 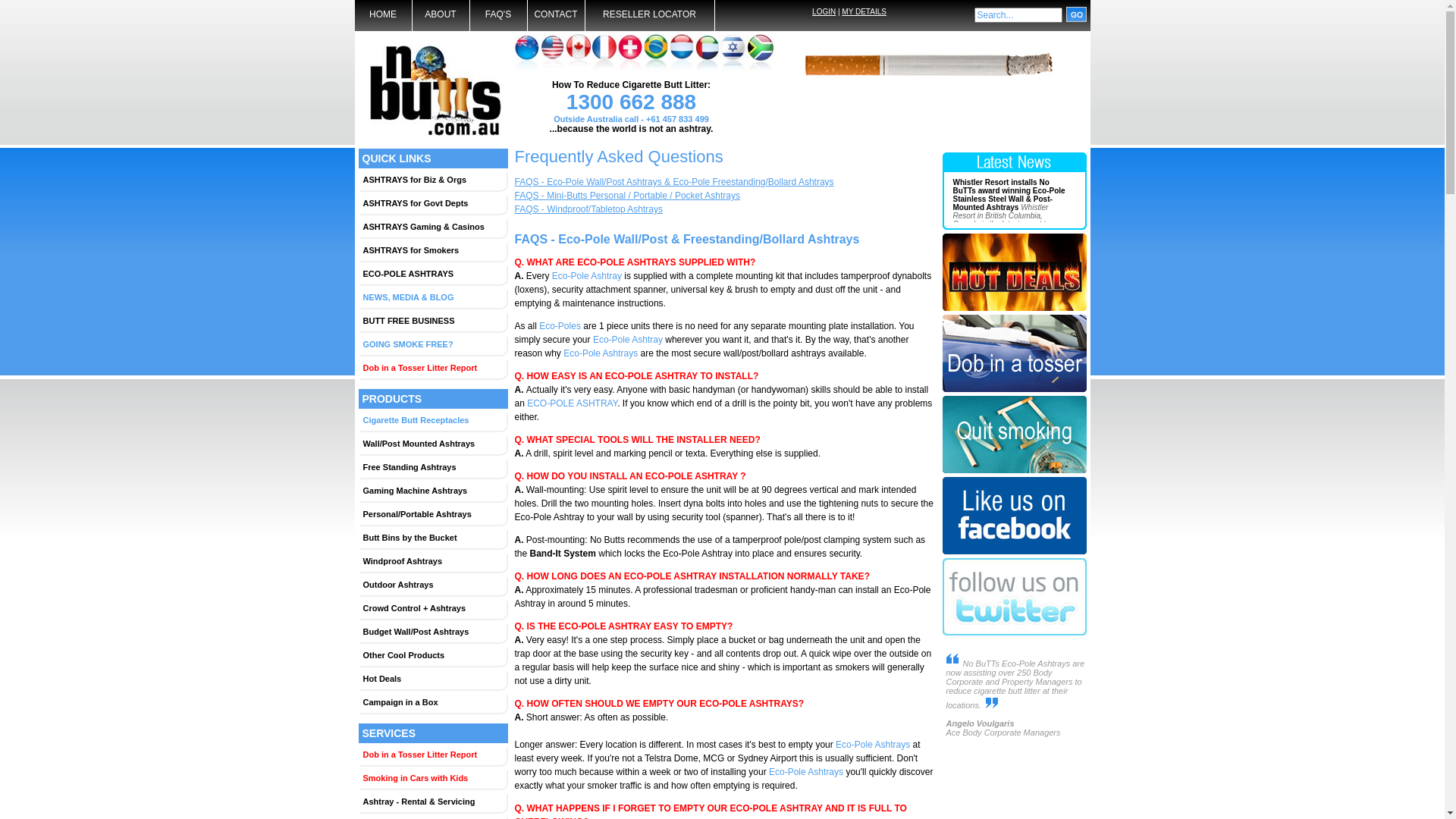 What do you see at coordinates (359, 249) in the screenshot?
I see `'ASHTRAYS for Smokers'` at bounding box center [359, 249].